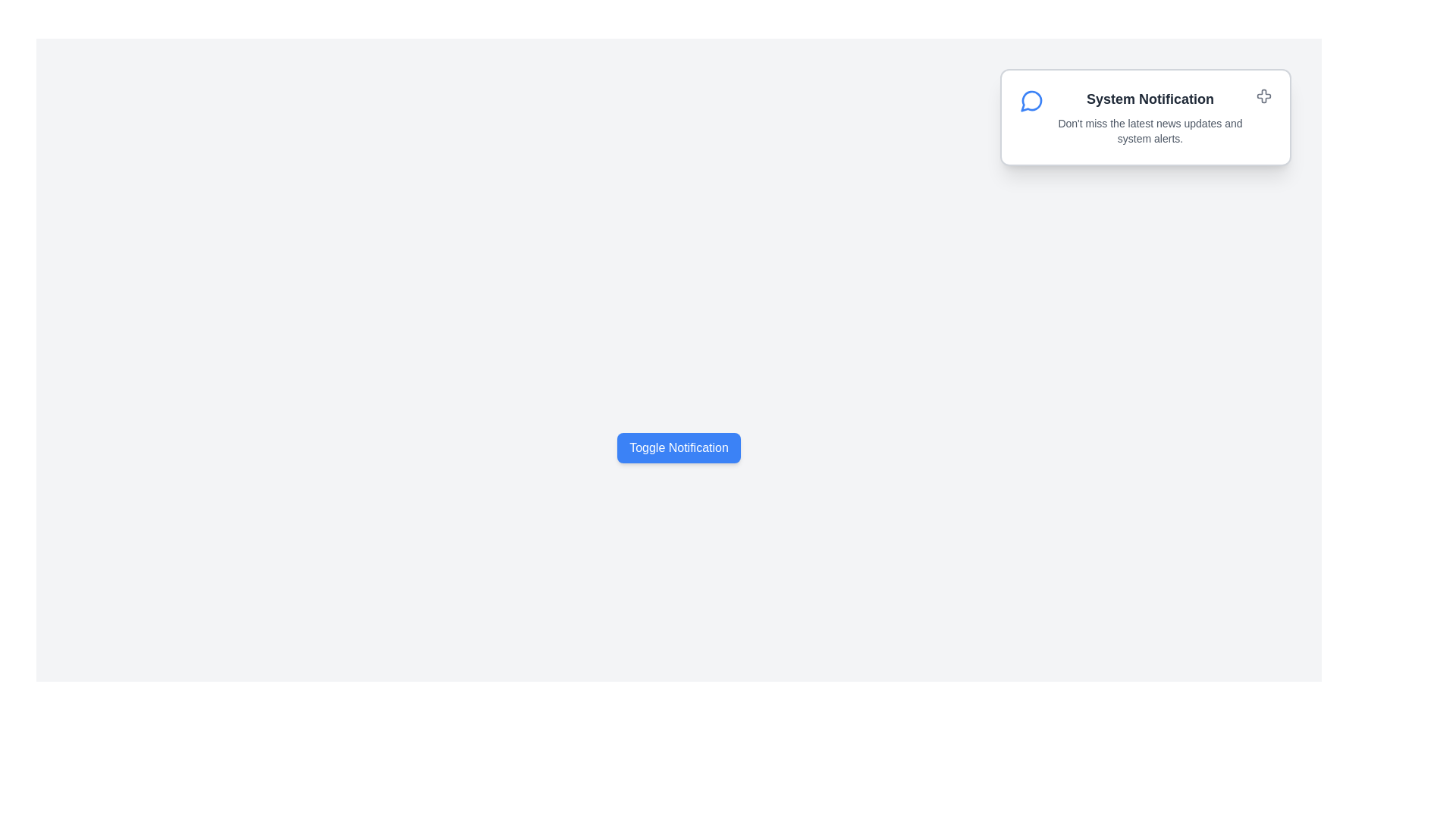  What do you see at coordinates (1150, 116) in the screenshot?
I see `the Informational text display component located on the top-right area of the main interface, which conveys notification or alert information` at bounding box center [1150, 116].